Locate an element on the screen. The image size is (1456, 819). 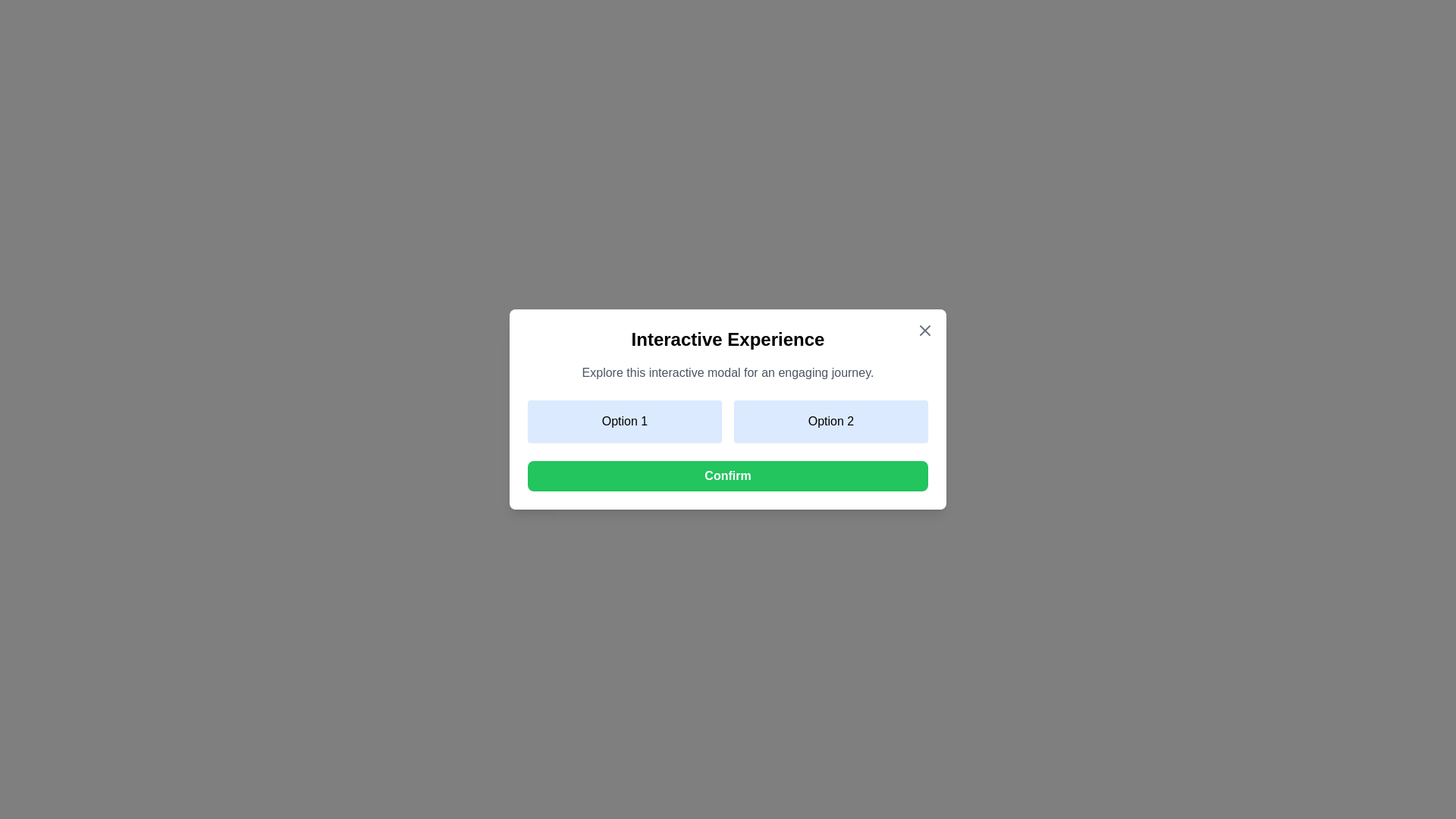
the close button located in the top right corner of the modal is located at coordinates (924, 329).